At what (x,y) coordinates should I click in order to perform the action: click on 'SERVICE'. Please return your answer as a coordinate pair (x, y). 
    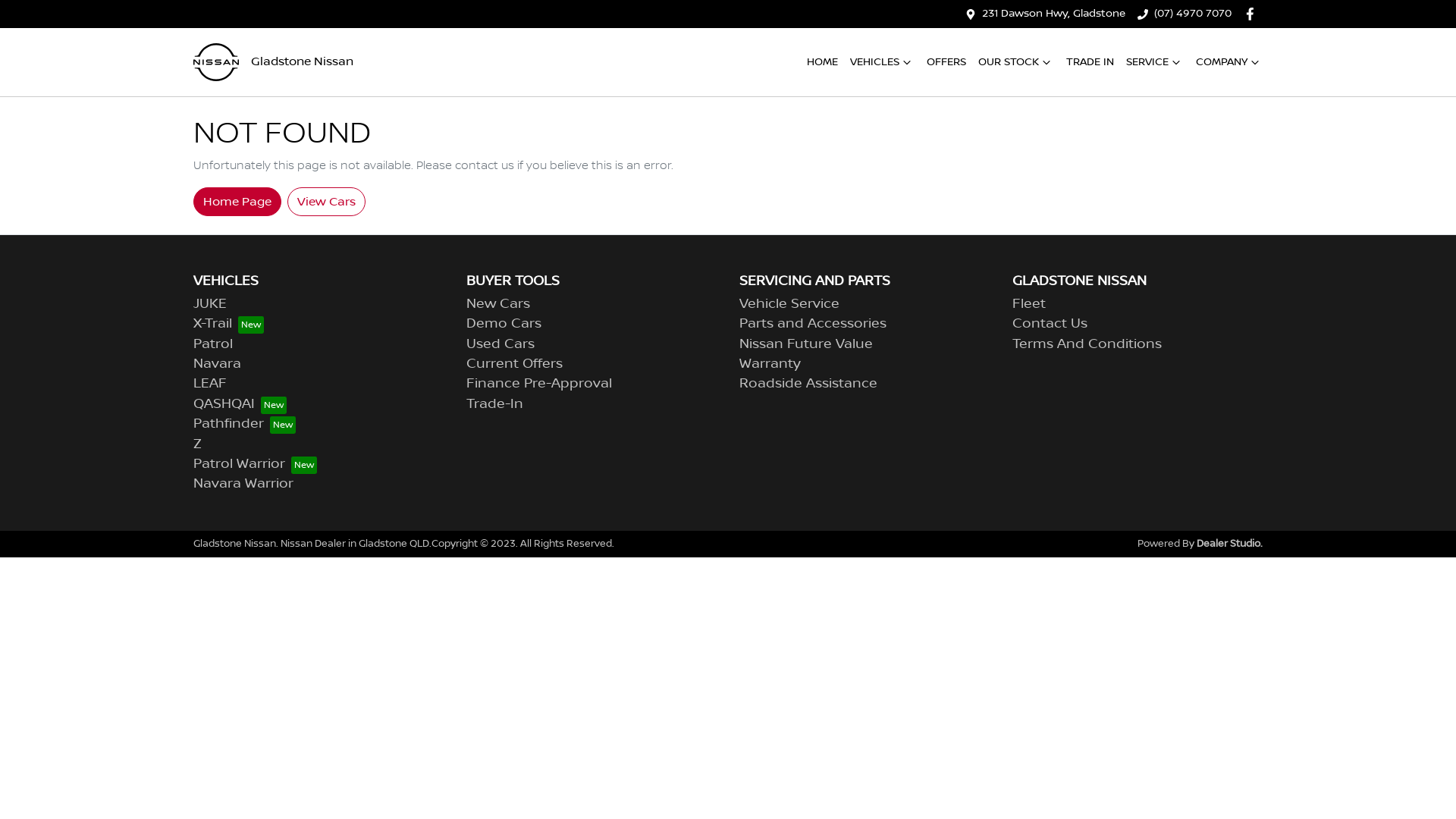
    Looking at the image, I should click on (1153, 61).